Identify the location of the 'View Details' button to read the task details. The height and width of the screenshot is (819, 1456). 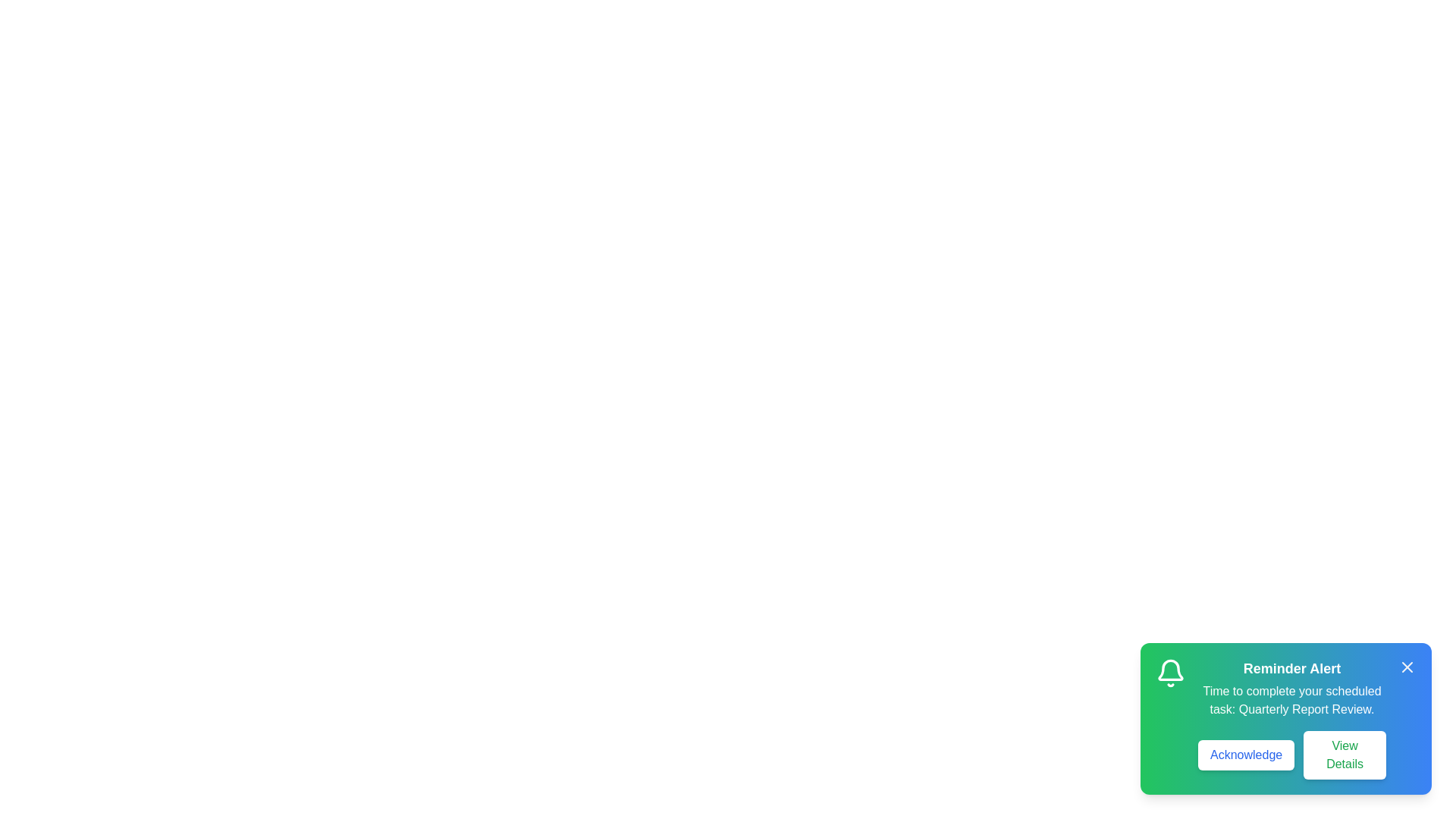
(1344, 755).